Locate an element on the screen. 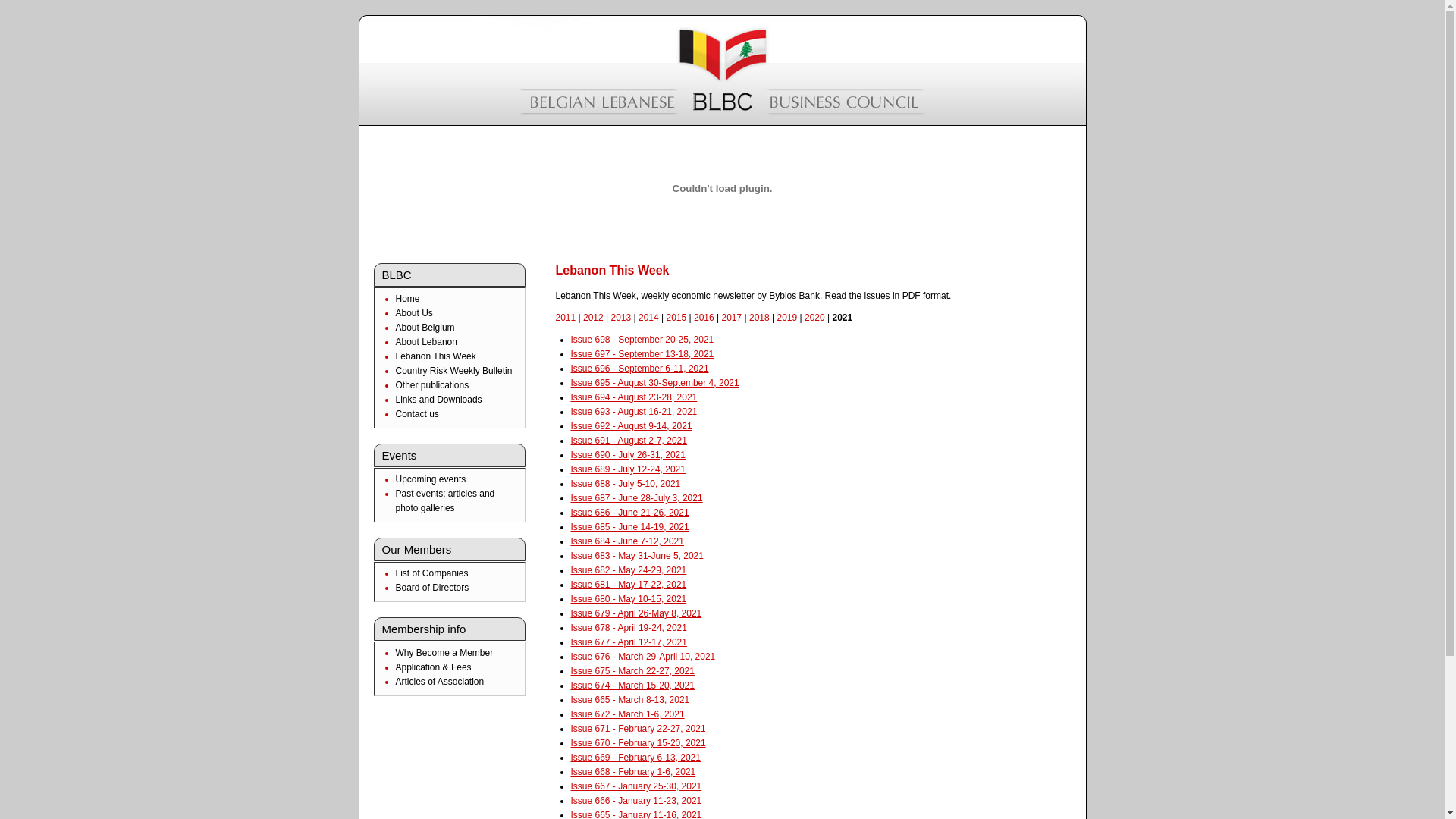  'Issue 691 - August 2-7, 2021' is located at coordinates (628, 441).